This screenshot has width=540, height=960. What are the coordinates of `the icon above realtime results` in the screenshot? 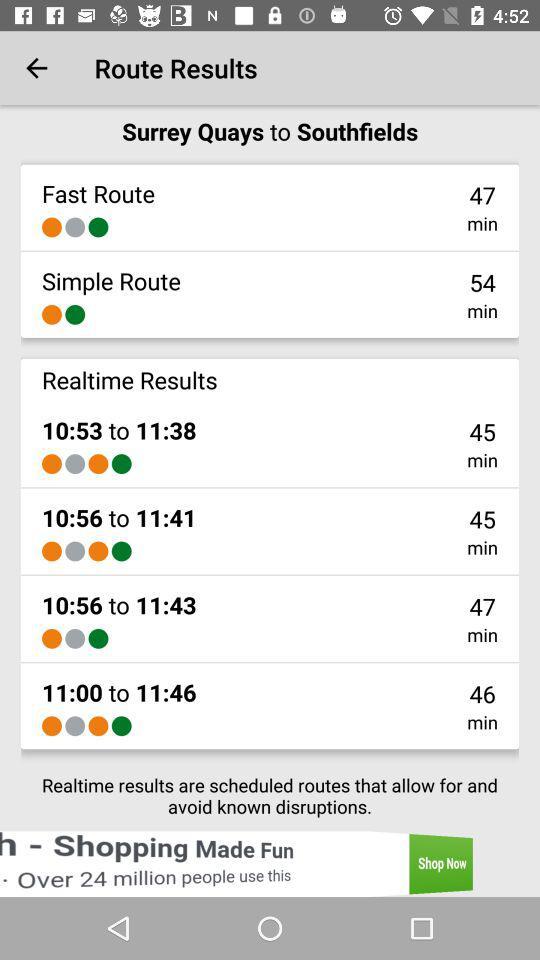 It's located at (51, 314).